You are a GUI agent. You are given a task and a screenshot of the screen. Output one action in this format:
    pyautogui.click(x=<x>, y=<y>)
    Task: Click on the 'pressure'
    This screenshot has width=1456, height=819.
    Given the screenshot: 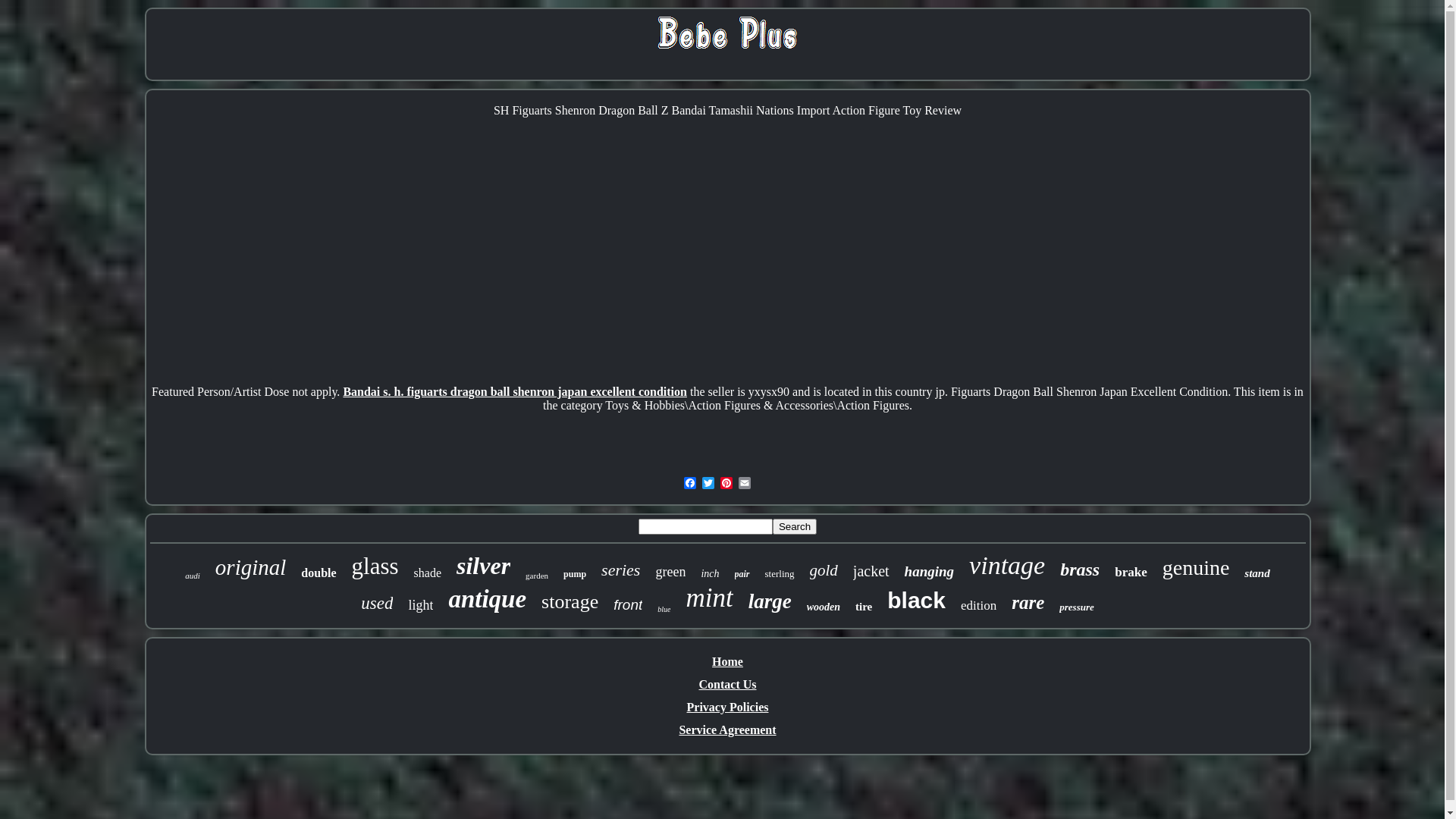 What is the action you would take?
    pyautogui.click(x=1058, y=607)
    